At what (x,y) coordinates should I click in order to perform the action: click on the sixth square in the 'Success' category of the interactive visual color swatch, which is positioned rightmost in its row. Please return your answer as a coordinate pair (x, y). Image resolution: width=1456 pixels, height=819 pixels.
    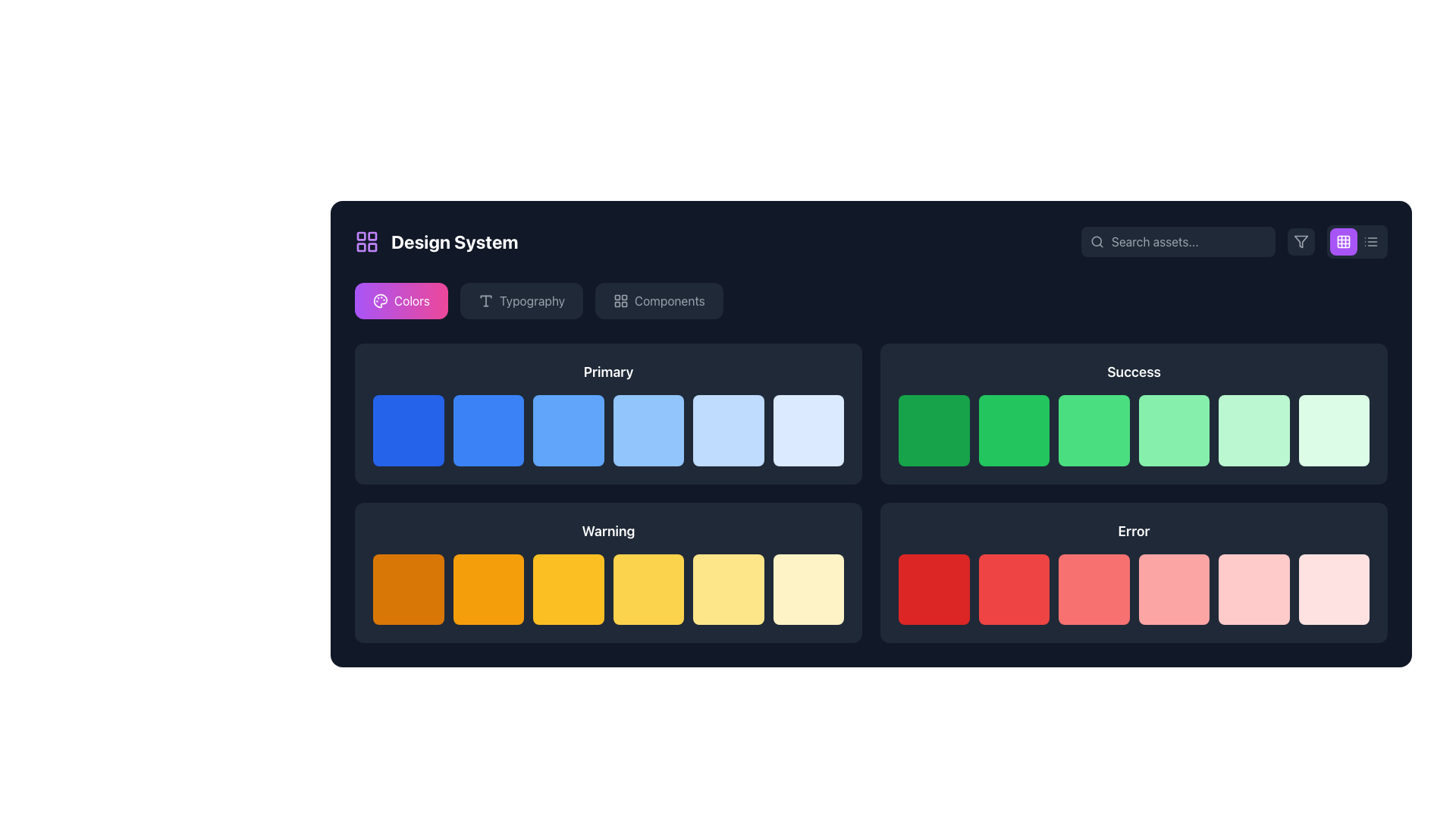
    Looking at the image, I should click on (1254, 430).